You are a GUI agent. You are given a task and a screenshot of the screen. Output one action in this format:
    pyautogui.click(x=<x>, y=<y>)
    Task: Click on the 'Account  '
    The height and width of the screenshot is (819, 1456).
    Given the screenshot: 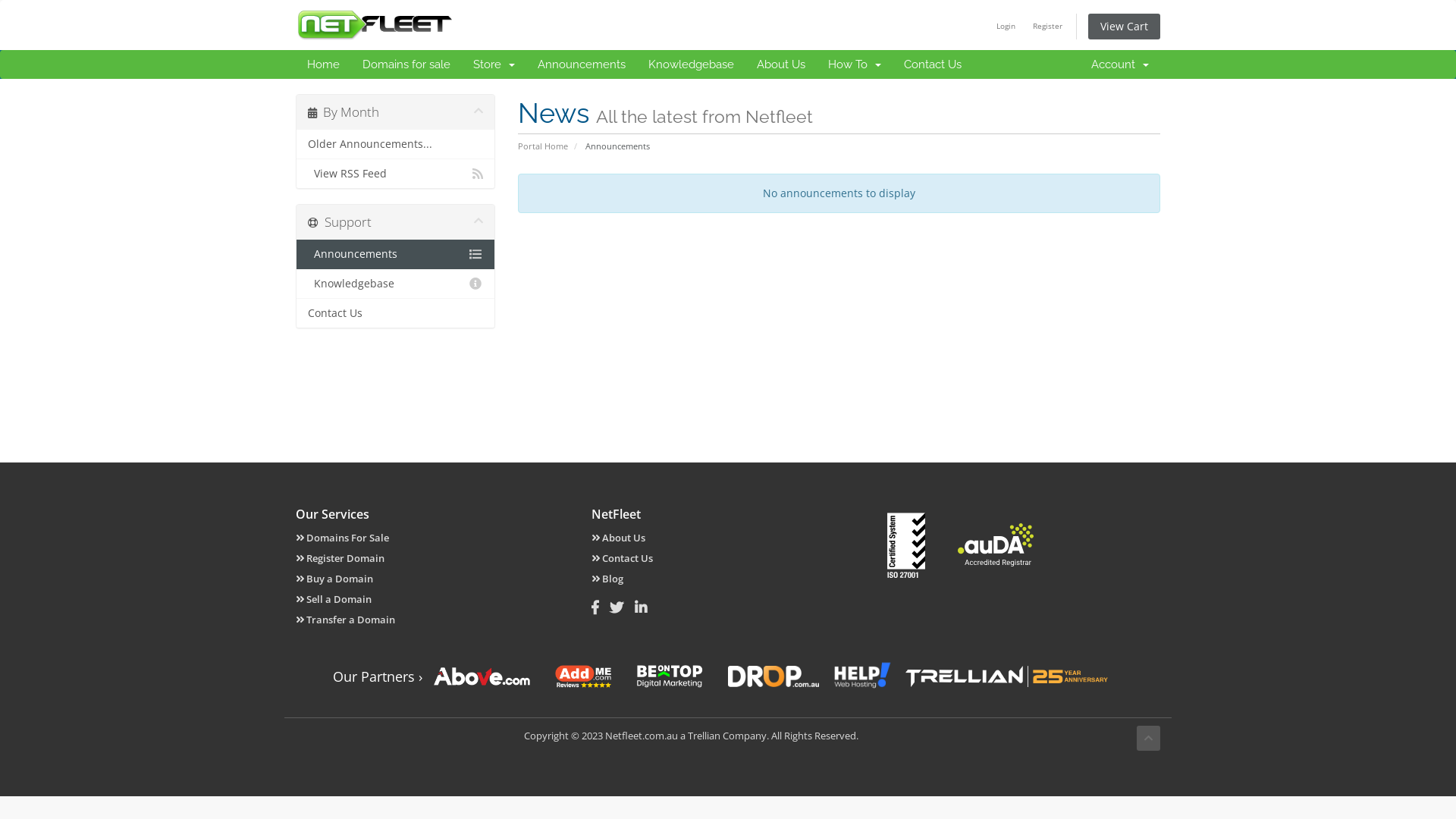 What is the action you would take?
    pyautogui.click(x=1120, y=63)
    